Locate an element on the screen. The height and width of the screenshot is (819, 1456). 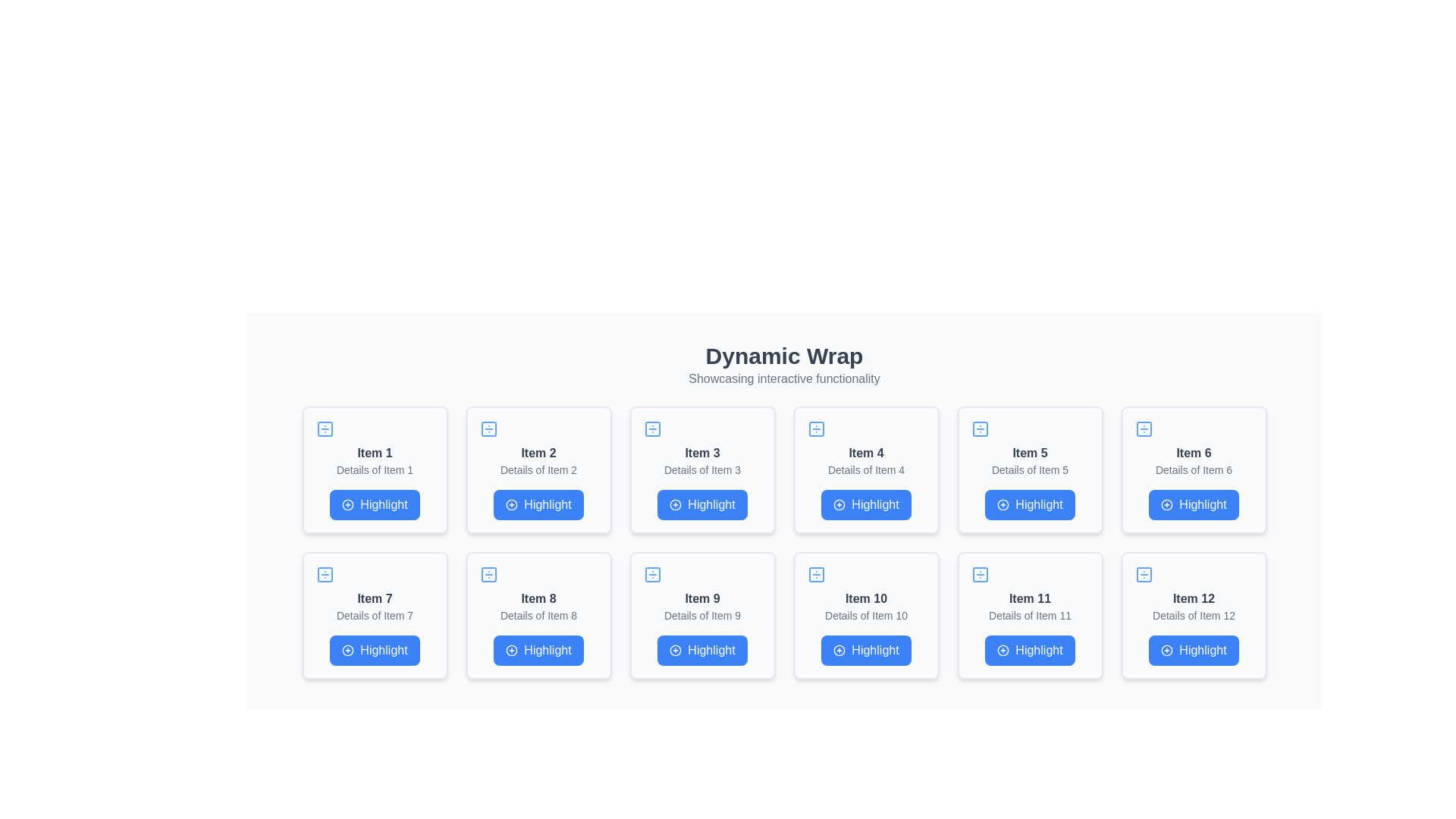
the 'Highlight' button located at the bottom of the card labeled 'Item 3' in the grid layout is located at coordinates (701, 505).